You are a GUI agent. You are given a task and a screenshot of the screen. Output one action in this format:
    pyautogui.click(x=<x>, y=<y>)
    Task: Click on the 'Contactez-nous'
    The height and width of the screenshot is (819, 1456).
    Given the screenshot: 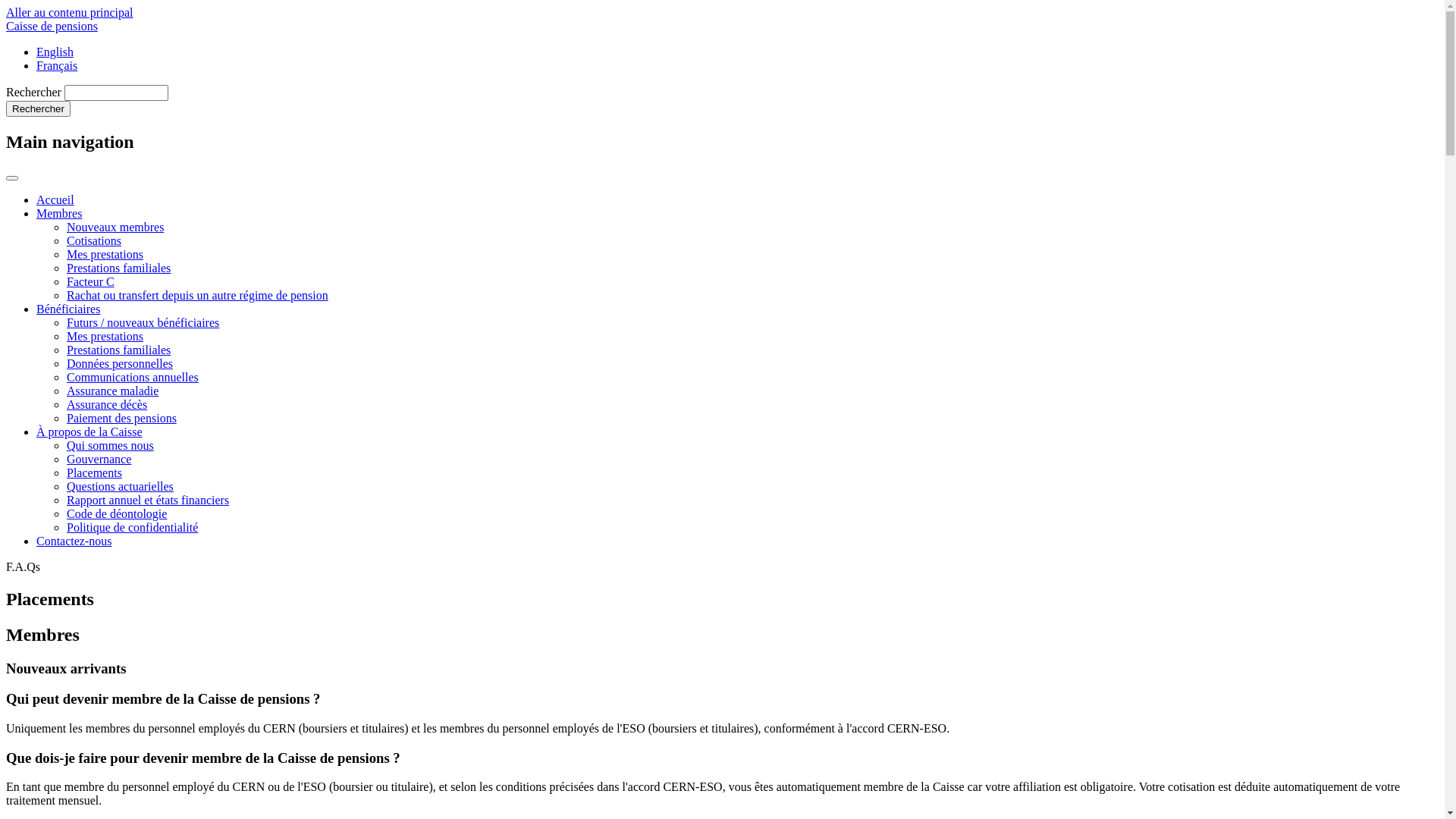 What is the action you would take?
    pyautogui.click(x=36, y=540)
    